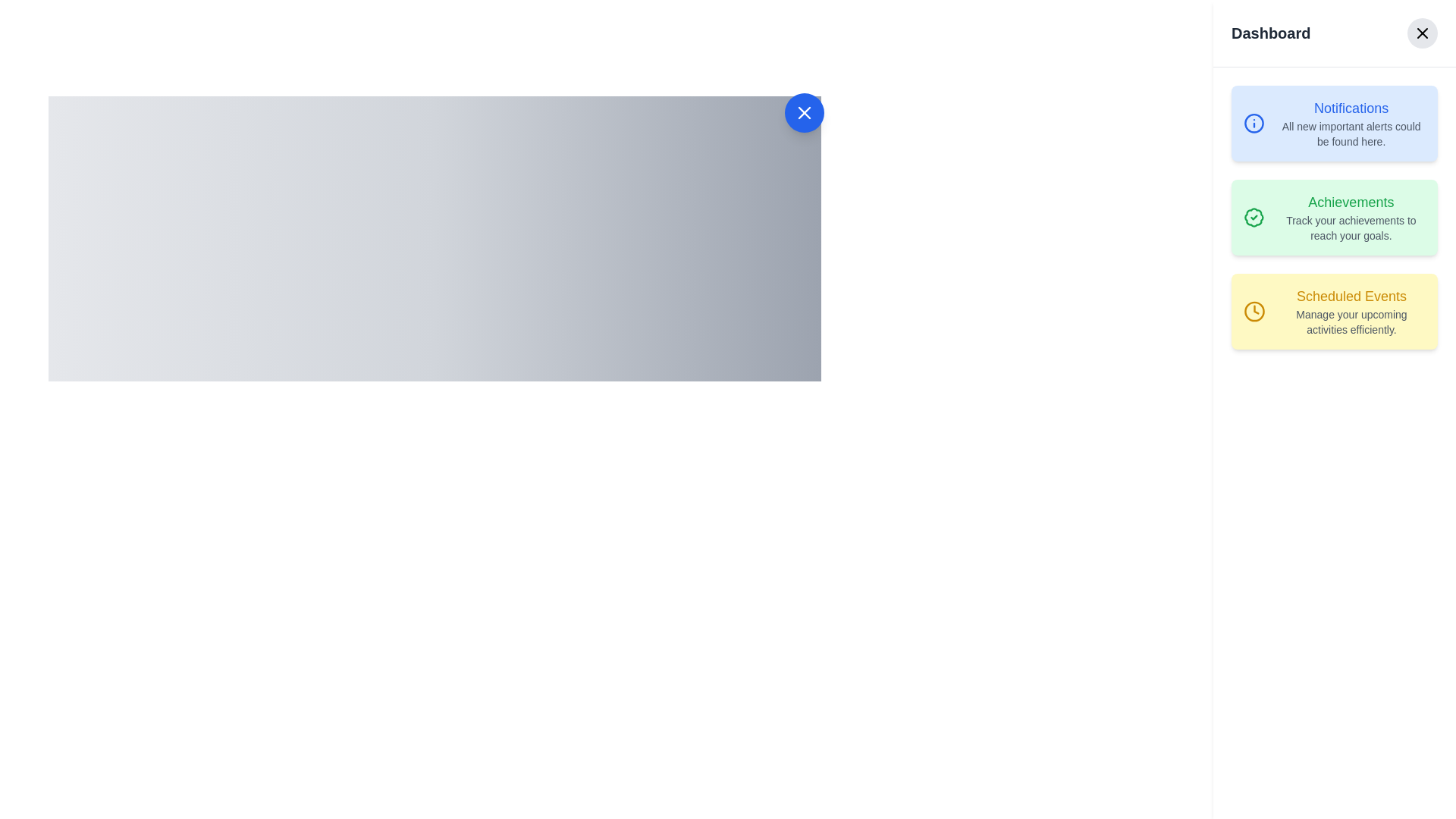 This screenshot has height=819, width=1456. I want to click on the second Informational Card in the vertical list located in the sidebar panel, which provides an overview of achievements and encourages users to track their progress toward goals, so click(1335, 217).